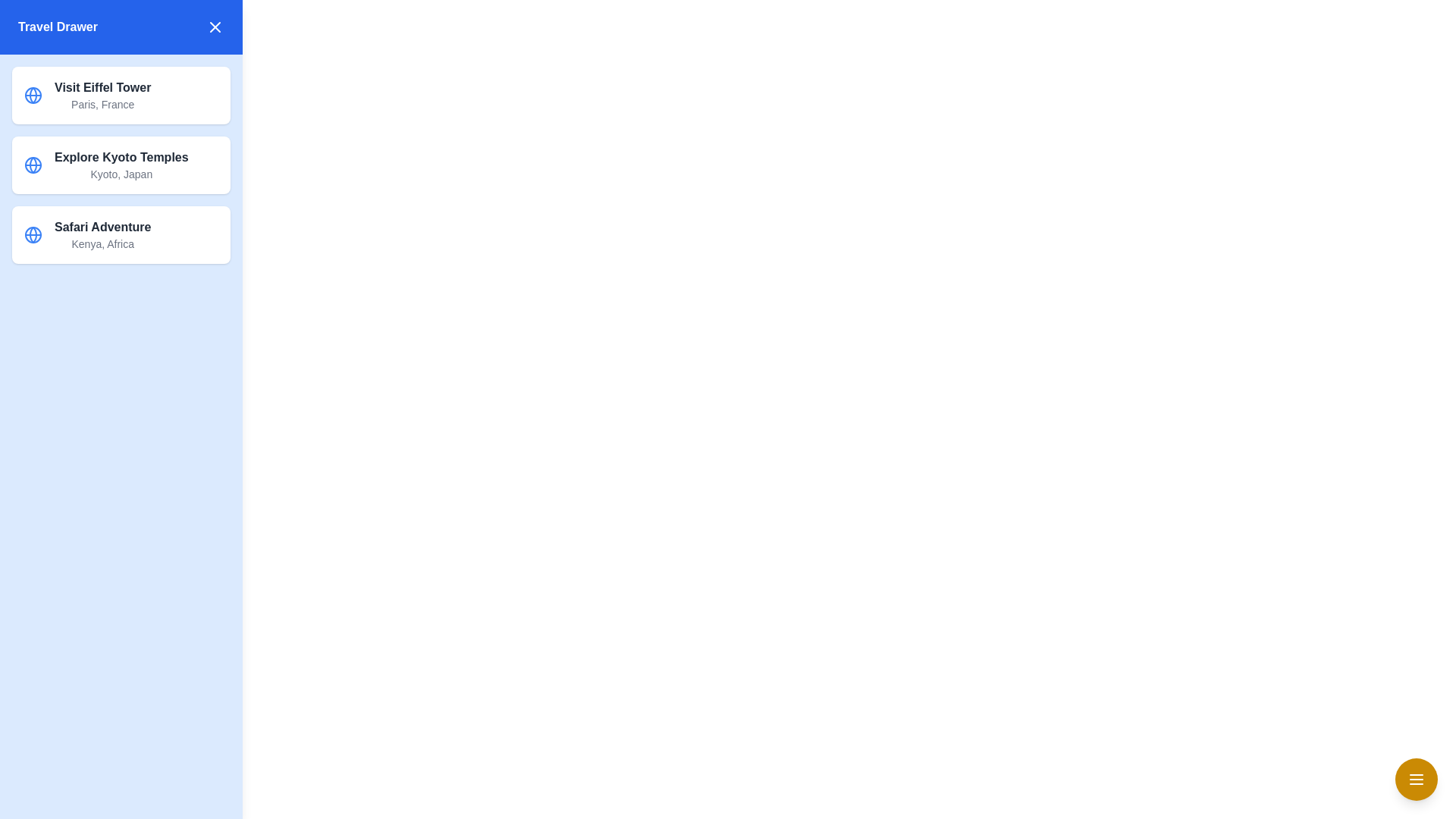  Describe the element at coordinates (33, 165) in the screenshot. I see `the global context icon located to the left of the text 'Explore Kyoto Temples' within the card labeled 'Kyoto, Japan' in the Travel Drawer interface` at that location.